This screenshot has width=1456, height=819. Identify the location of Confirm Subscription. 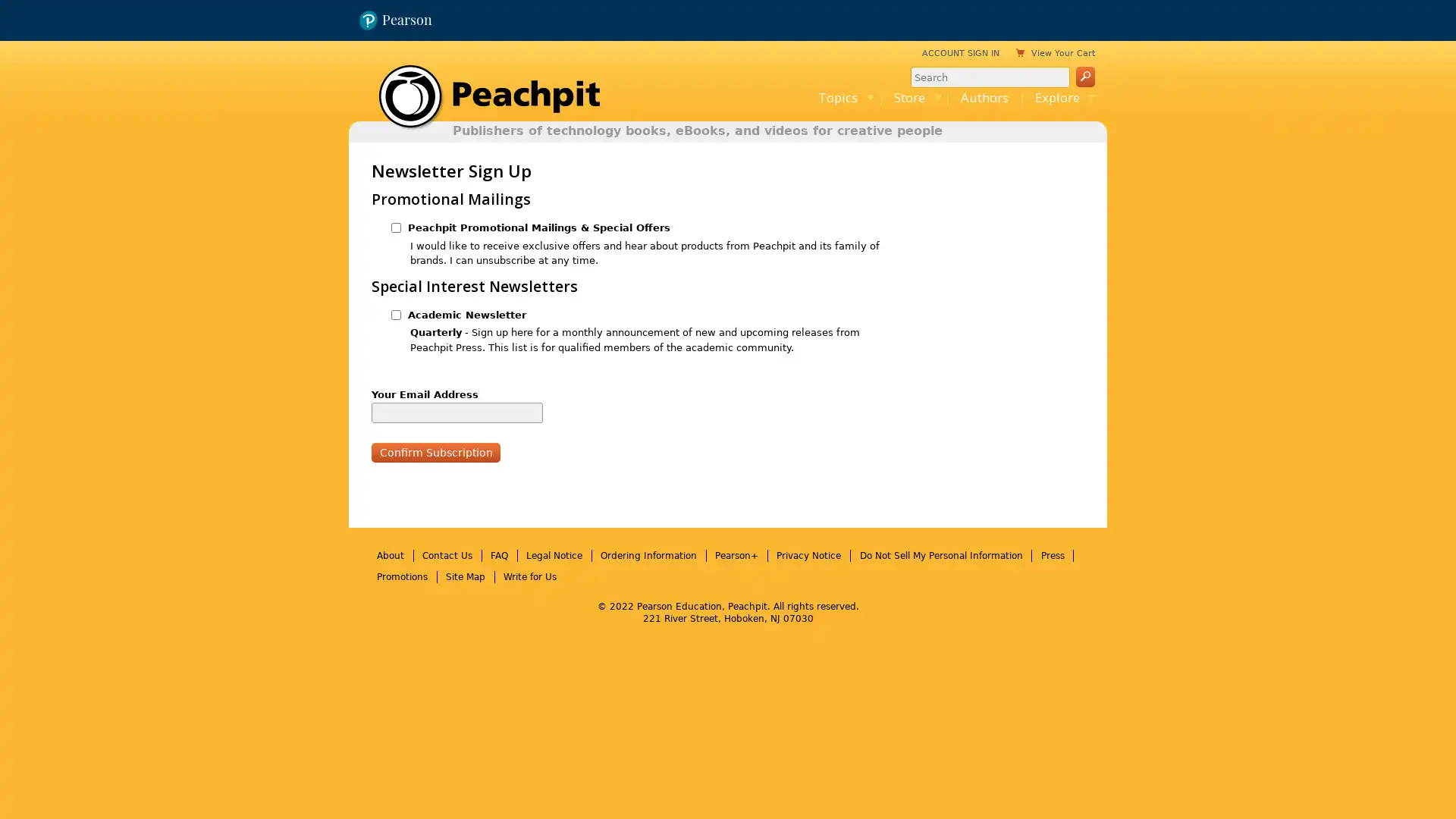
(435, 451).